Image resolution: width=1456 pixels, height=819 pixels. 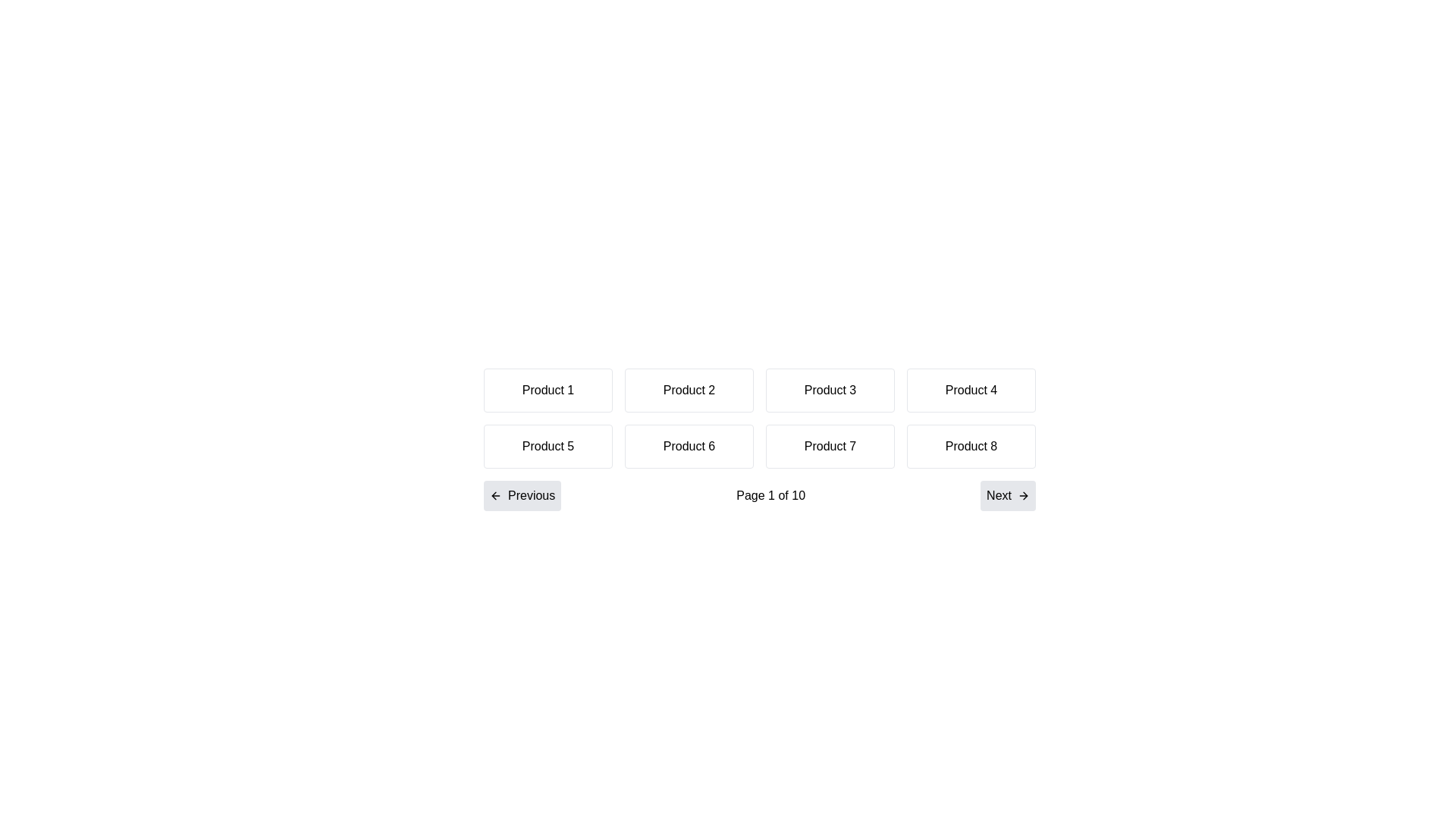 I want to click on the 'Previous' button located in the bottom-left region of the interface, so click(x=495, y=496).